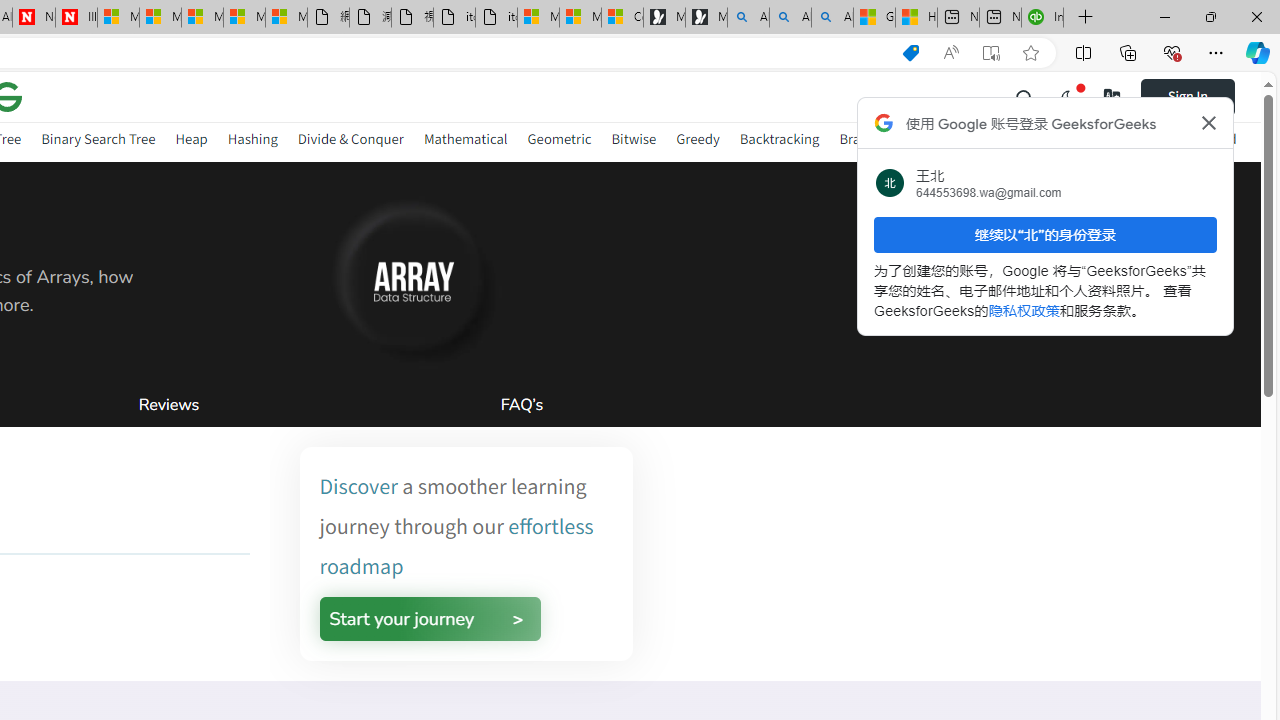 The width and height of the screenshot is (1280, 720). I want to click on 'Divide & Conquer', so click(350, 141).